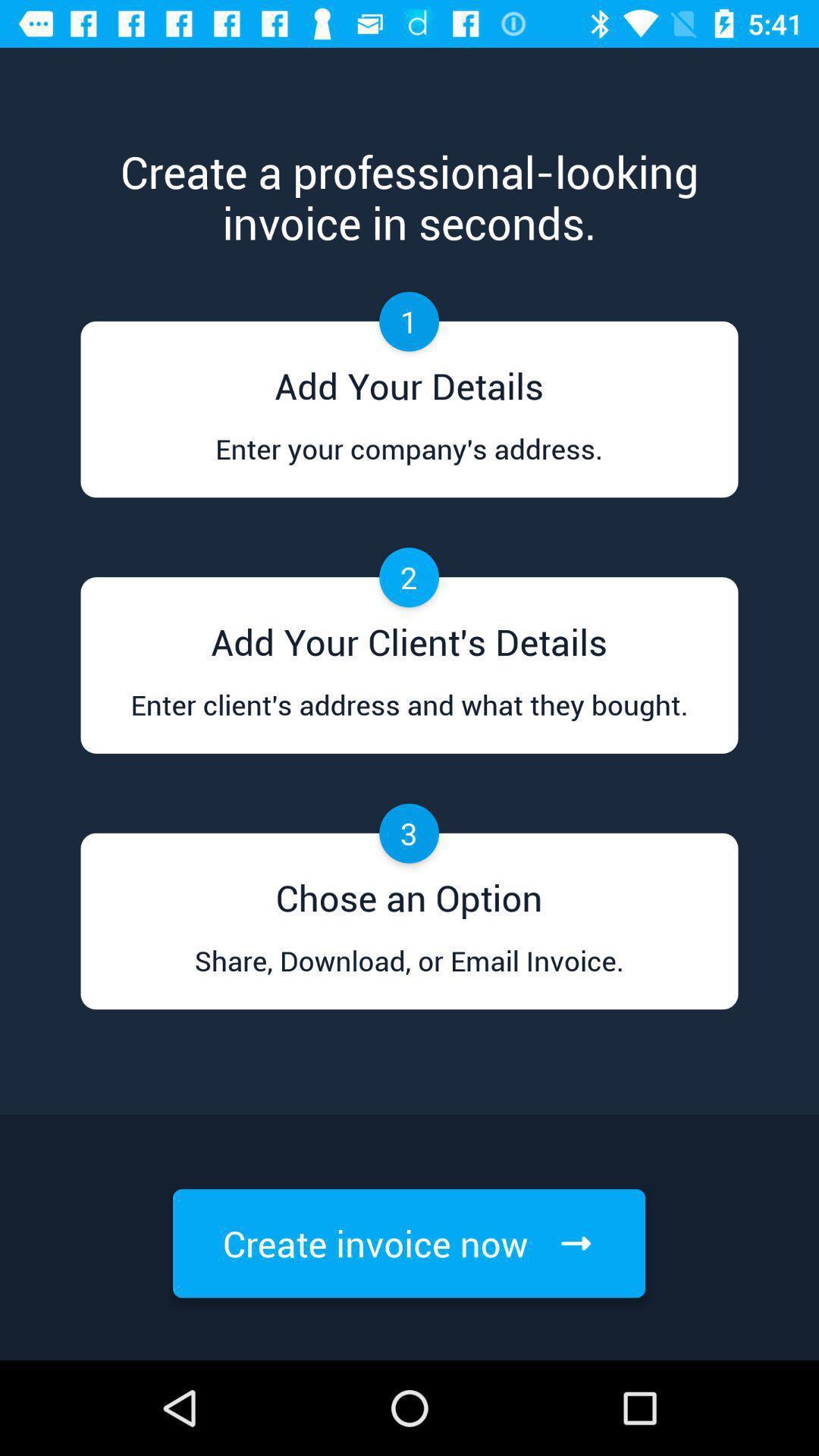 This screenshot has height=1456, width=819. Describe the element at coordinates (408, 975) in the screenshot. I see `item below chose an option` at that location.